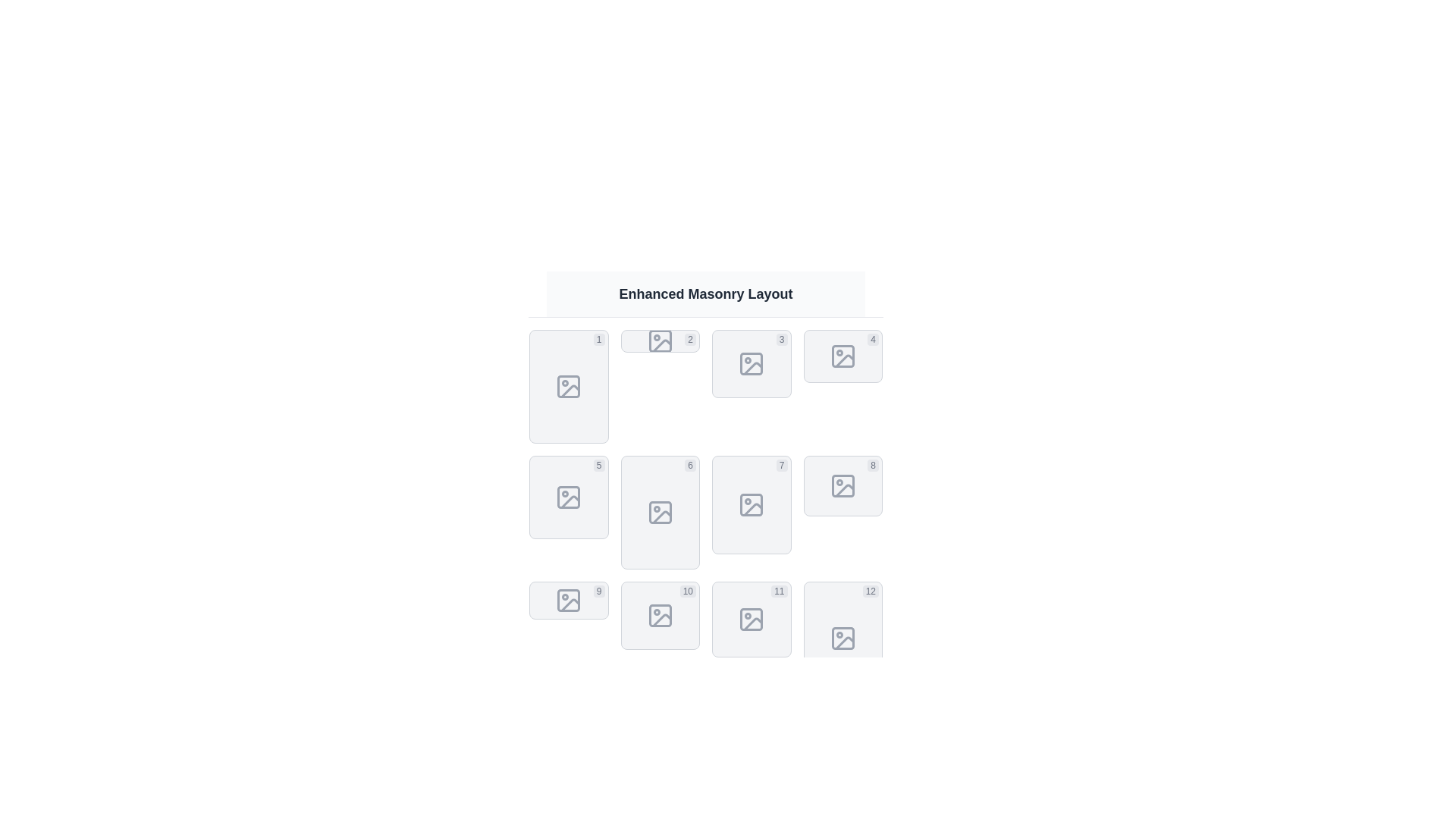  I want to click on details of the Graphical Icon or Image Placeholder Component located in the second box of the Enhanced Masonry Layout grid, which is represented as a square with rounded corners, so click(660, 341).